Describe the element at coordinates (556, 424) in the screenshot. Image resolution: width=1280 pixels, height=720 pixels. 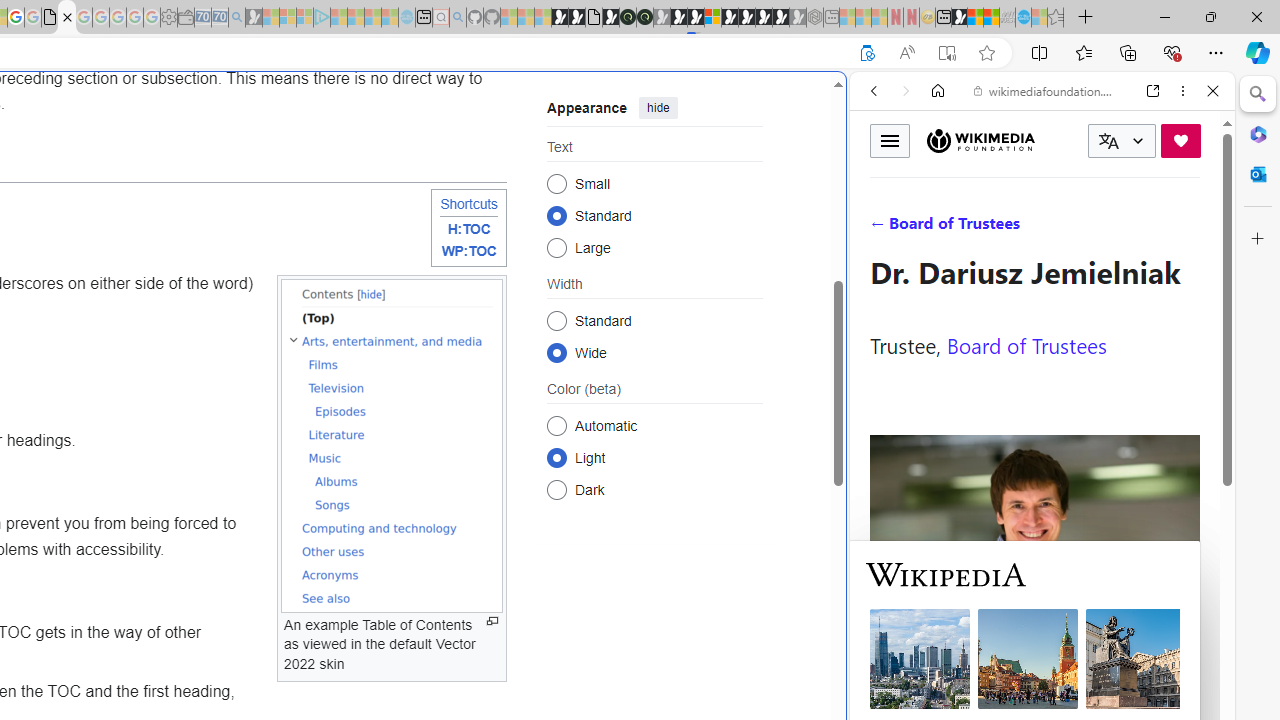
I see `'Automatic'` at that location.